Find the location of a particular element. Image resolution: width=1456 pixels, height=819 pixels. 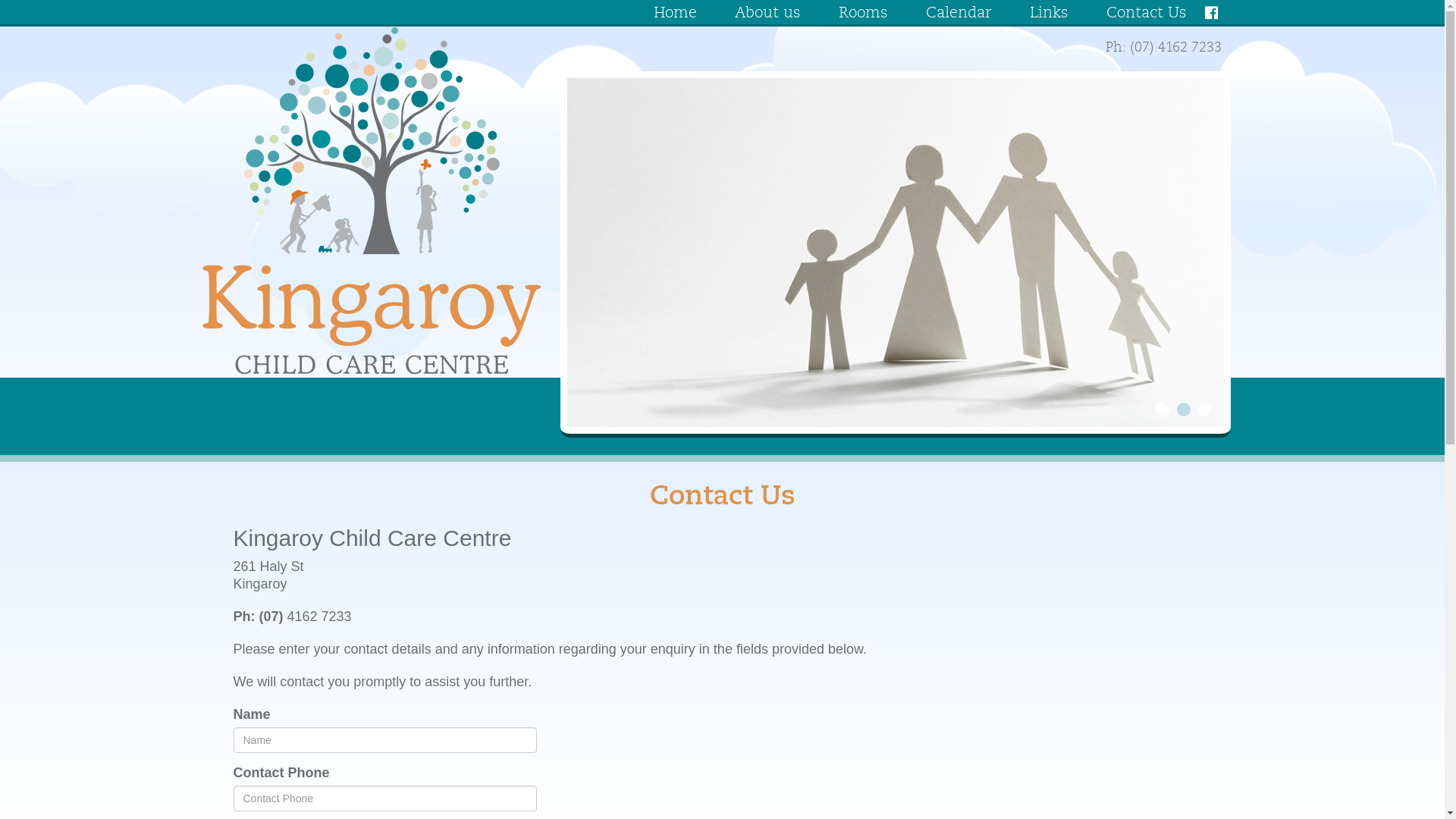

'Calendar' is located at coordinates (924, 12).